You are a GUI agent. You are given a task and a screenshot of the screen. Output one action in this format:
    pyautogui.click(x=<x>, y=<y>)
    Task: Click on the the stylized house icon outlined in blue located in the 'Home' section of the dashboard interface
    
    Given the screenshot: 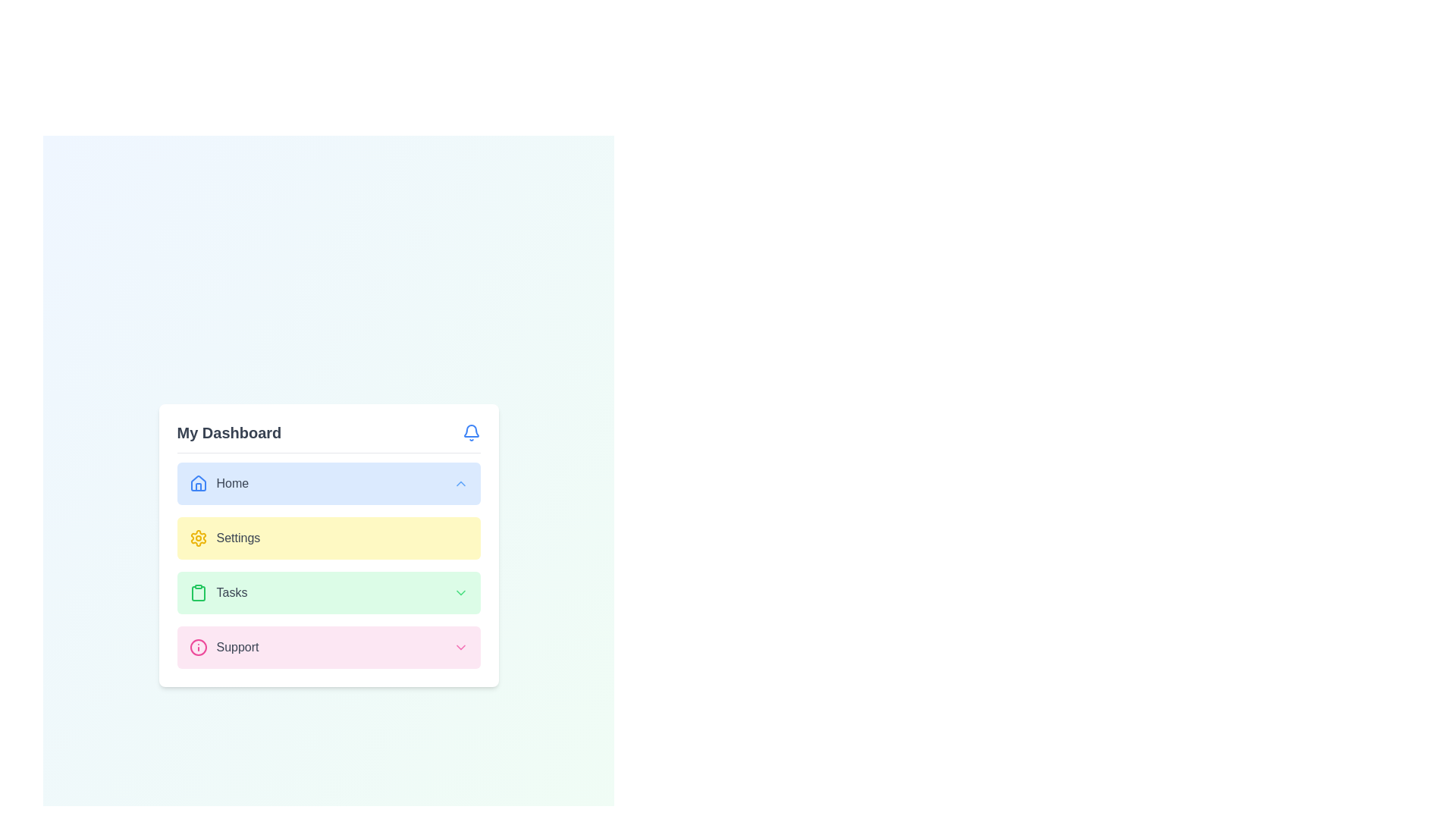 What is the action you would take?
    pyautogui.click(x=197, y=482)
    